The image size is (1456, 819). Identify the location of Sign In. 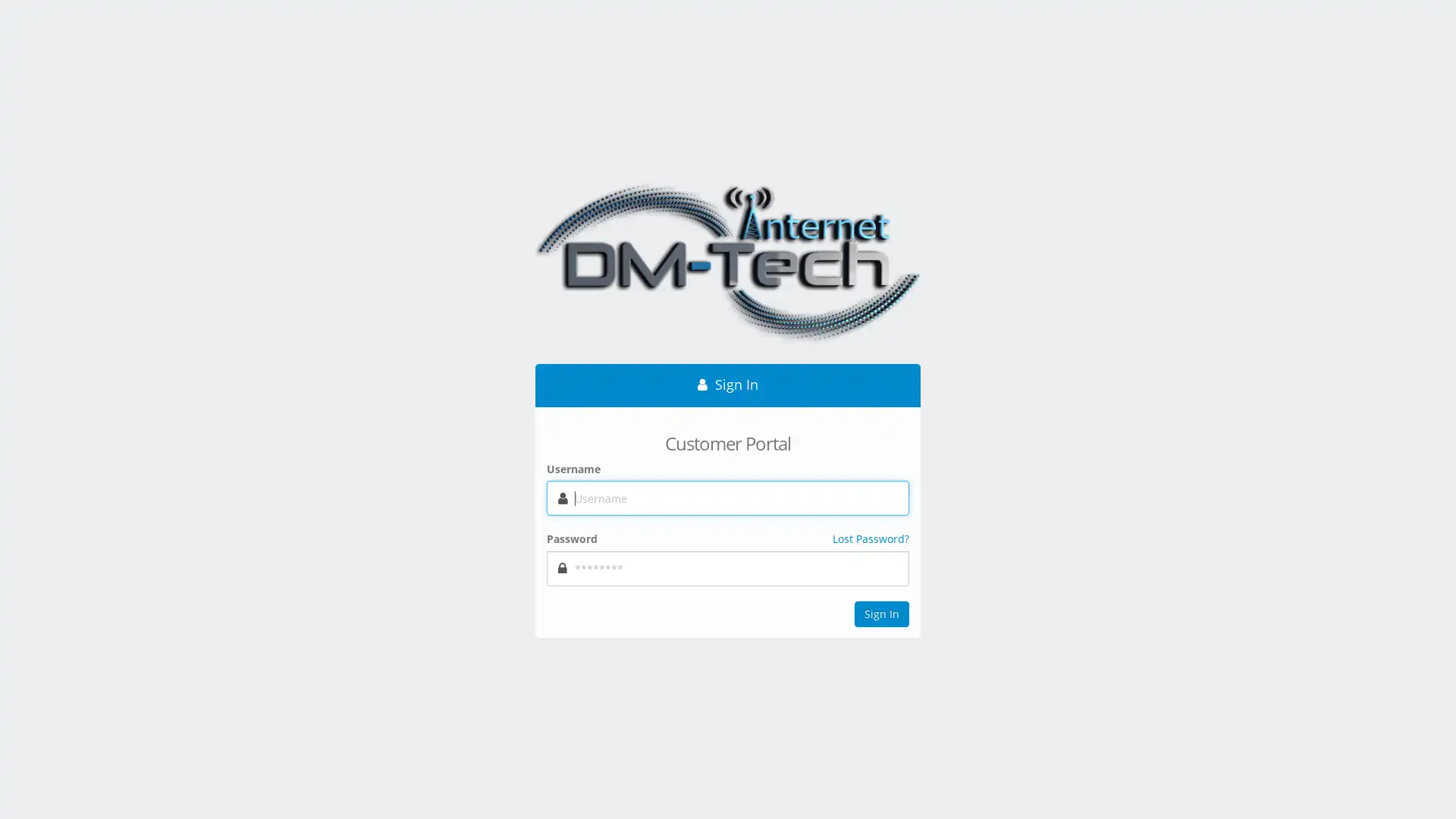
(881, 614).